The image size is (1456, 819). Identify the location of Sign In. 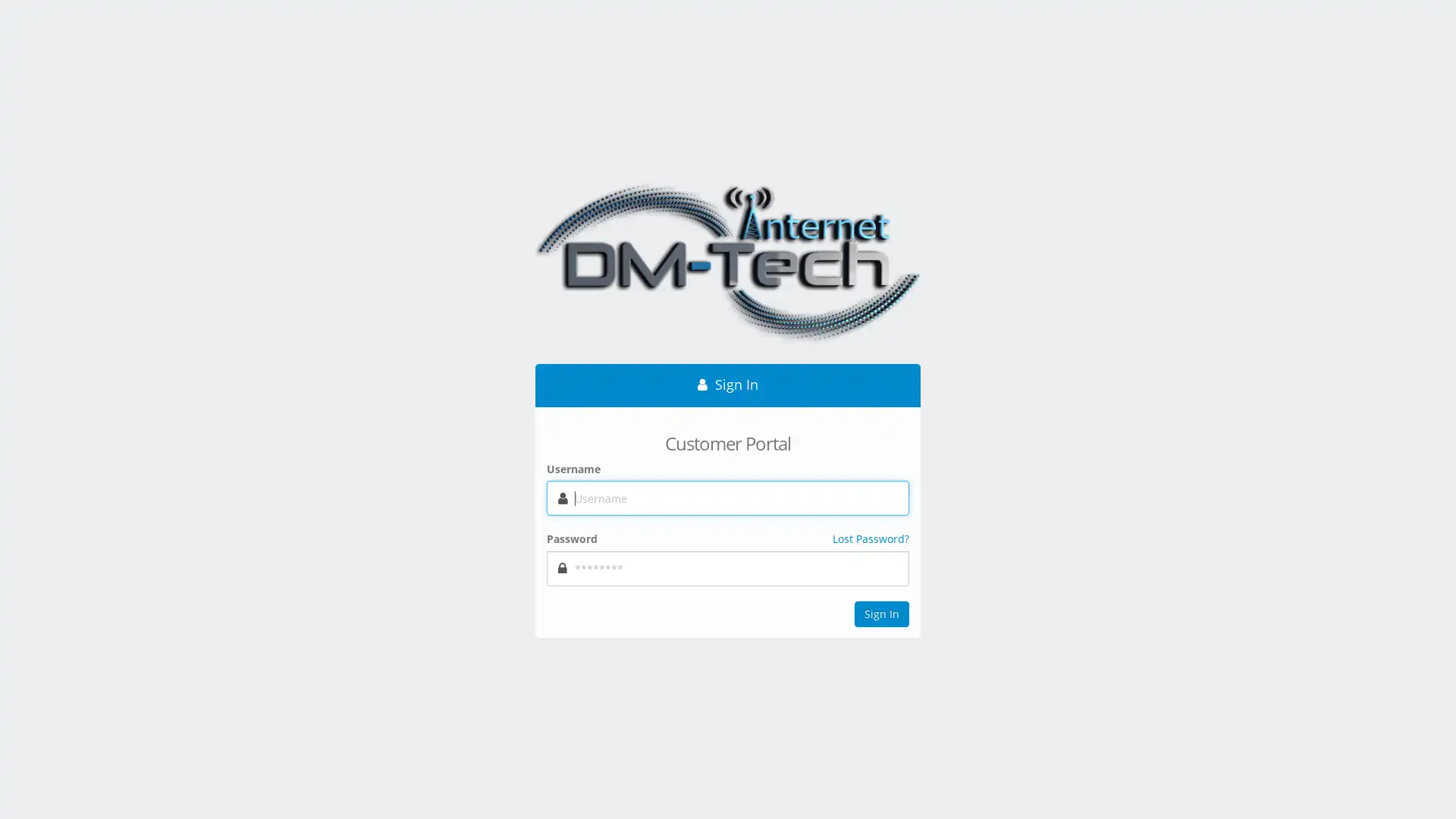
(881, 614).